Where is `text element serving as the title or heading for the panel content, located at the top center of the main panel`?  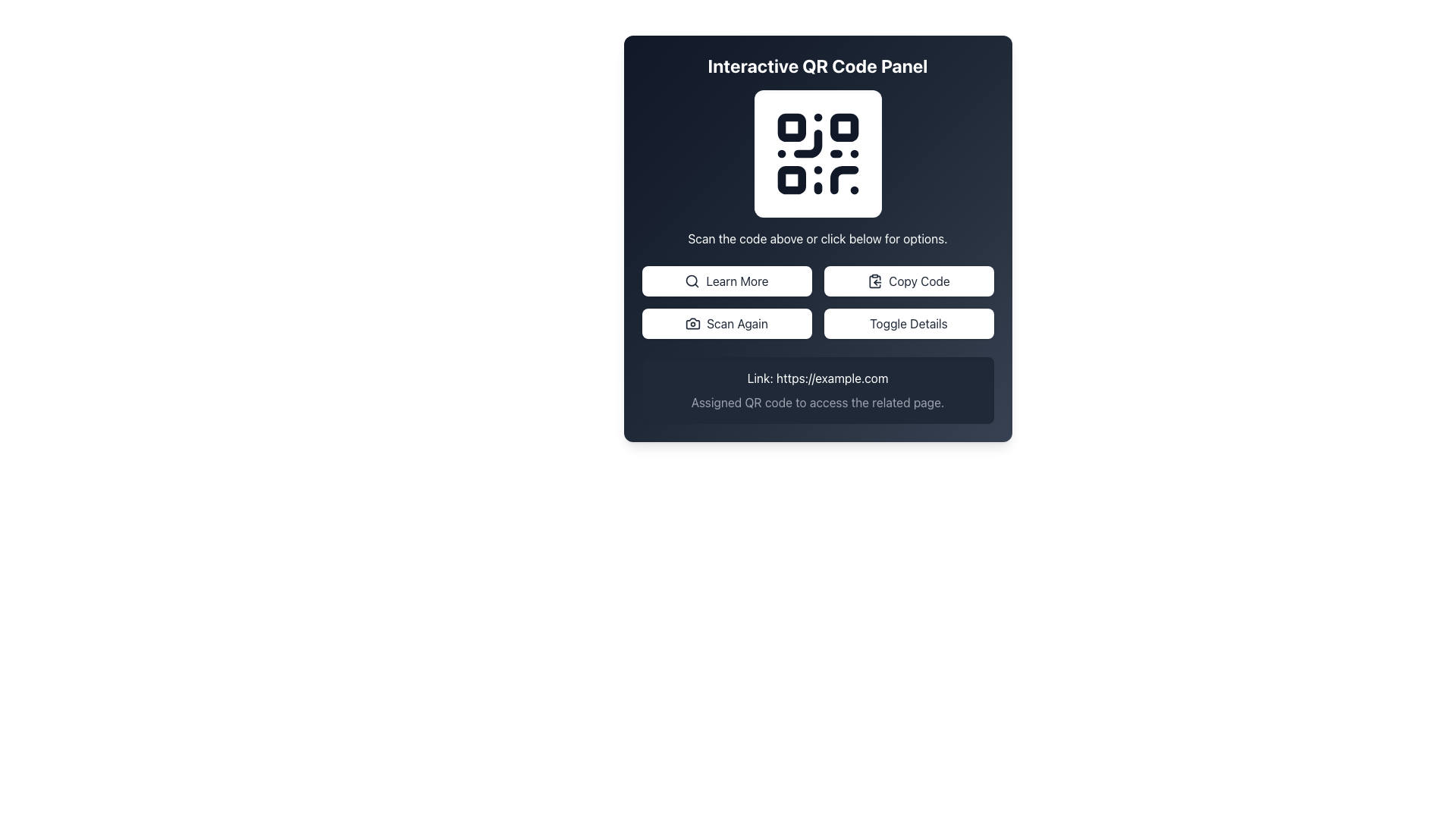
text element serving as the title or heading for the panel content, located at the top center of the main panel is located at coordinates (817, 65).